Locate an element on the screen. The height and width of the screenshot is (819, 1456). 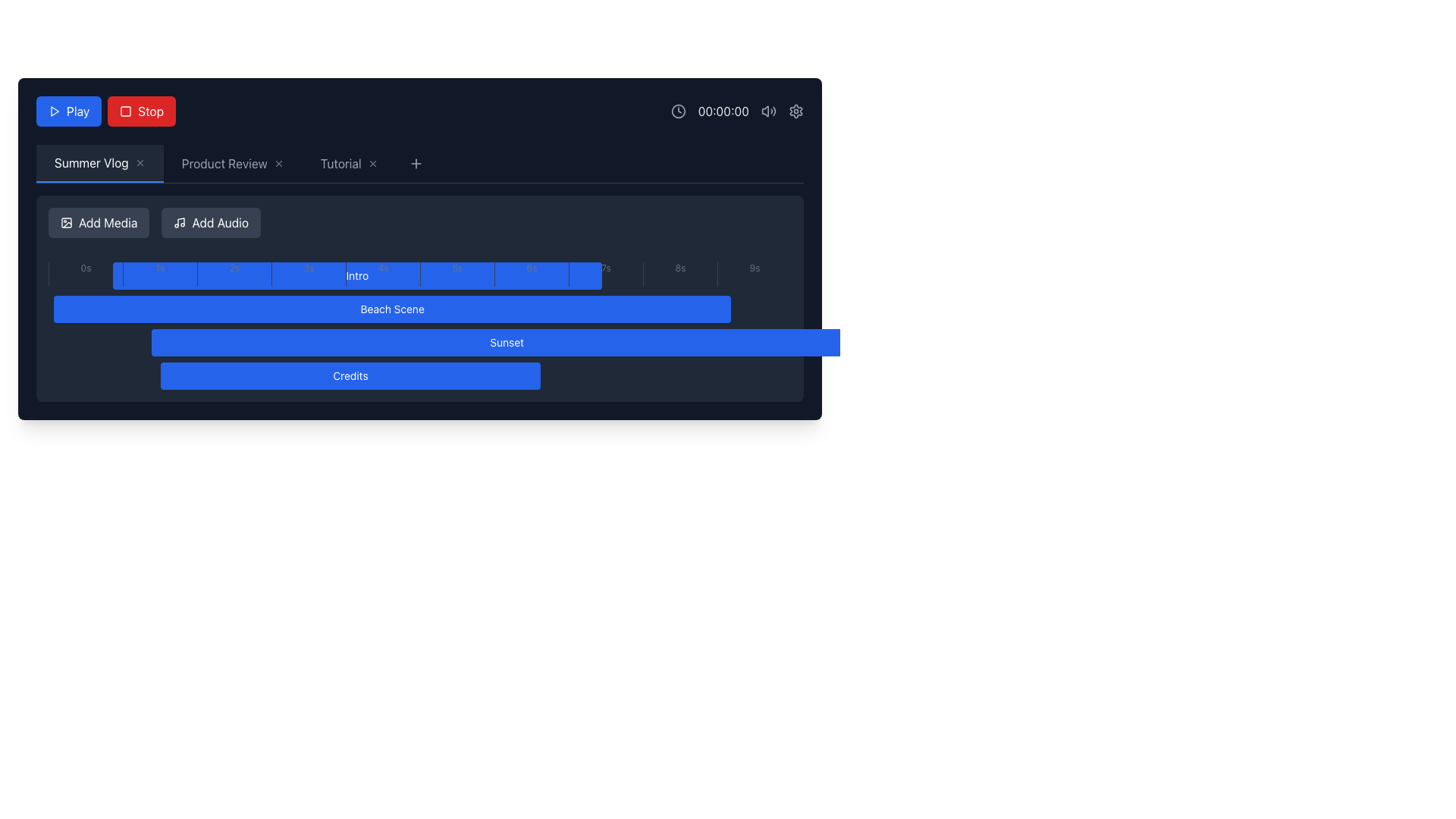
the 'Credits' button, which is a rectangular button with a blue background and white text is located at coordinates (350, 375).